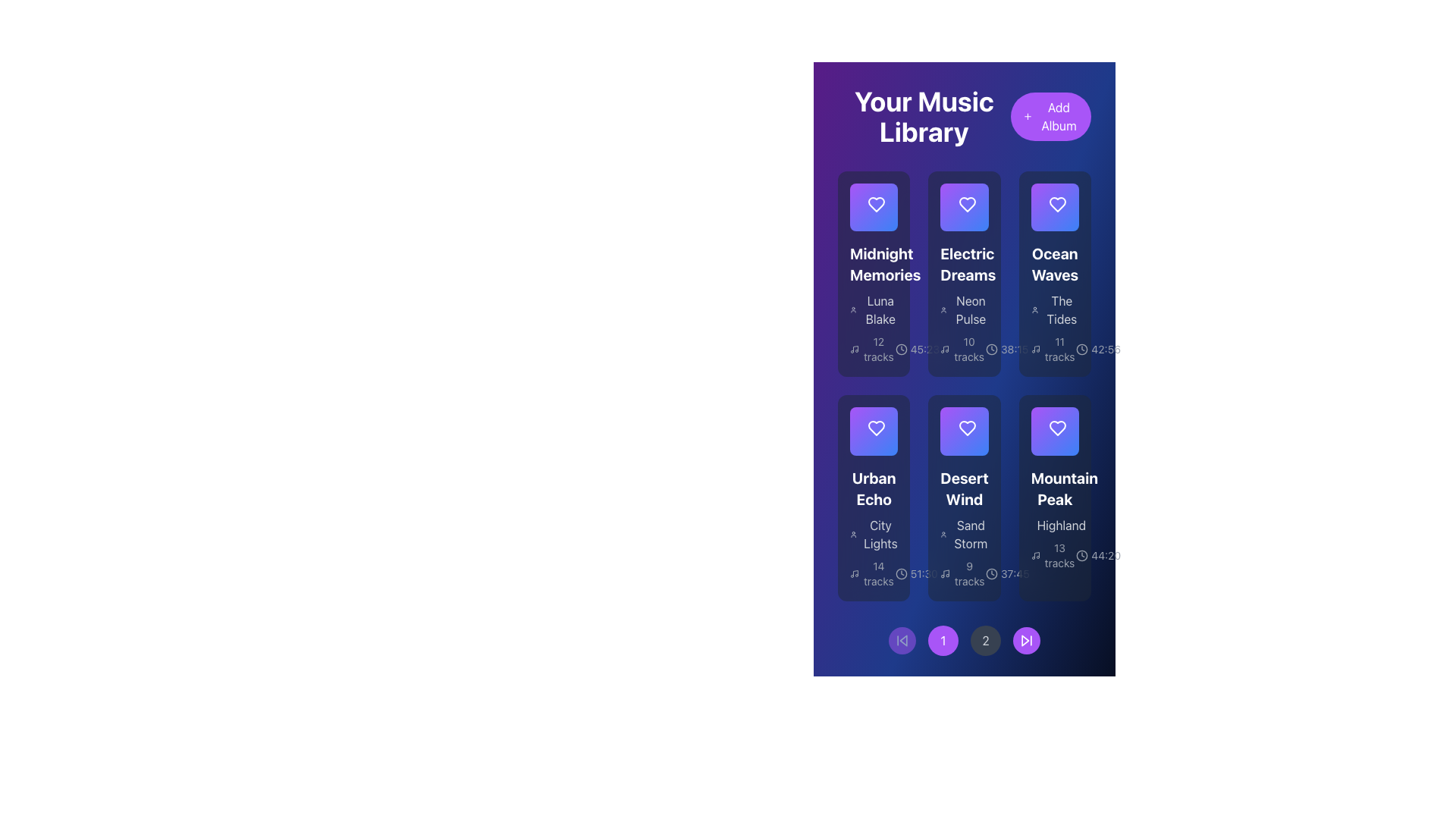  Describe the element at coordinates (874, 309) in the screenshot. I see `text of the label displaying the author's or artist's name associated with the album 'Midnight Memories', located above the '12 tracks' detail in the first card on the top left quadrant of the grid layout` at that location.